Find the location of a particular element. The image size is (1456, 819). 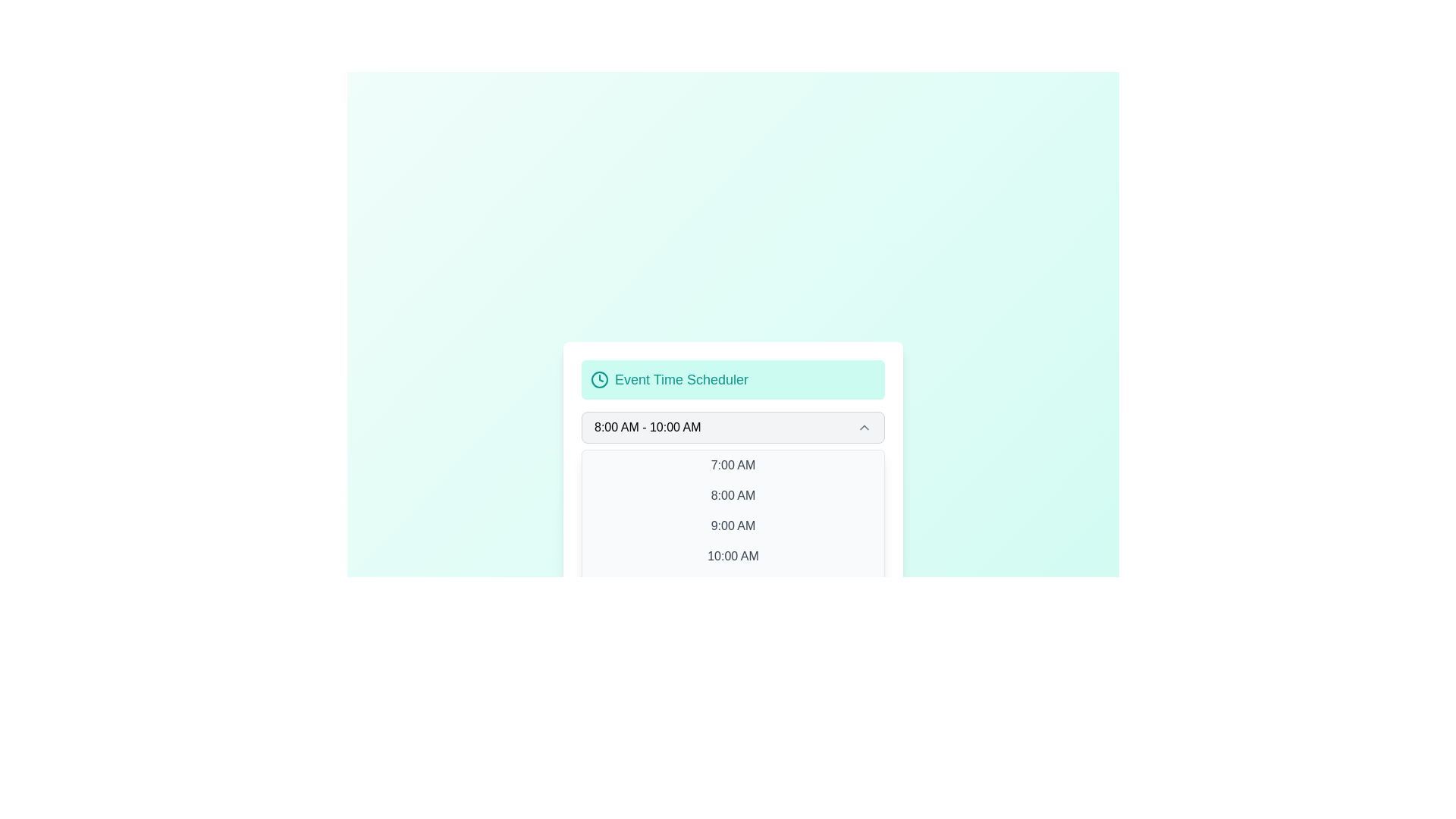

the time option displaying '10:00 AM' in gray font is located at coordinates (733, 556).